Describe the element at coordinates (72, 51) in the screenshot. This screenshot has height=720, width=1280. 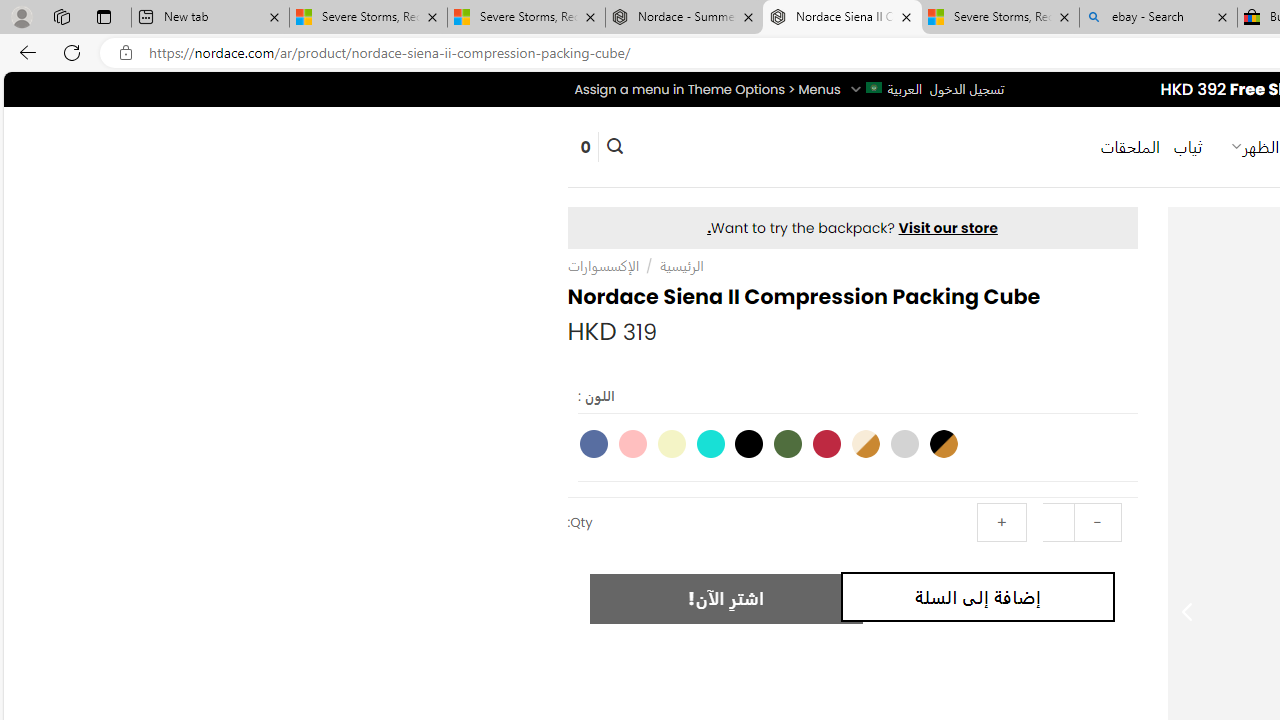
I see `'Refresh'` at that location.